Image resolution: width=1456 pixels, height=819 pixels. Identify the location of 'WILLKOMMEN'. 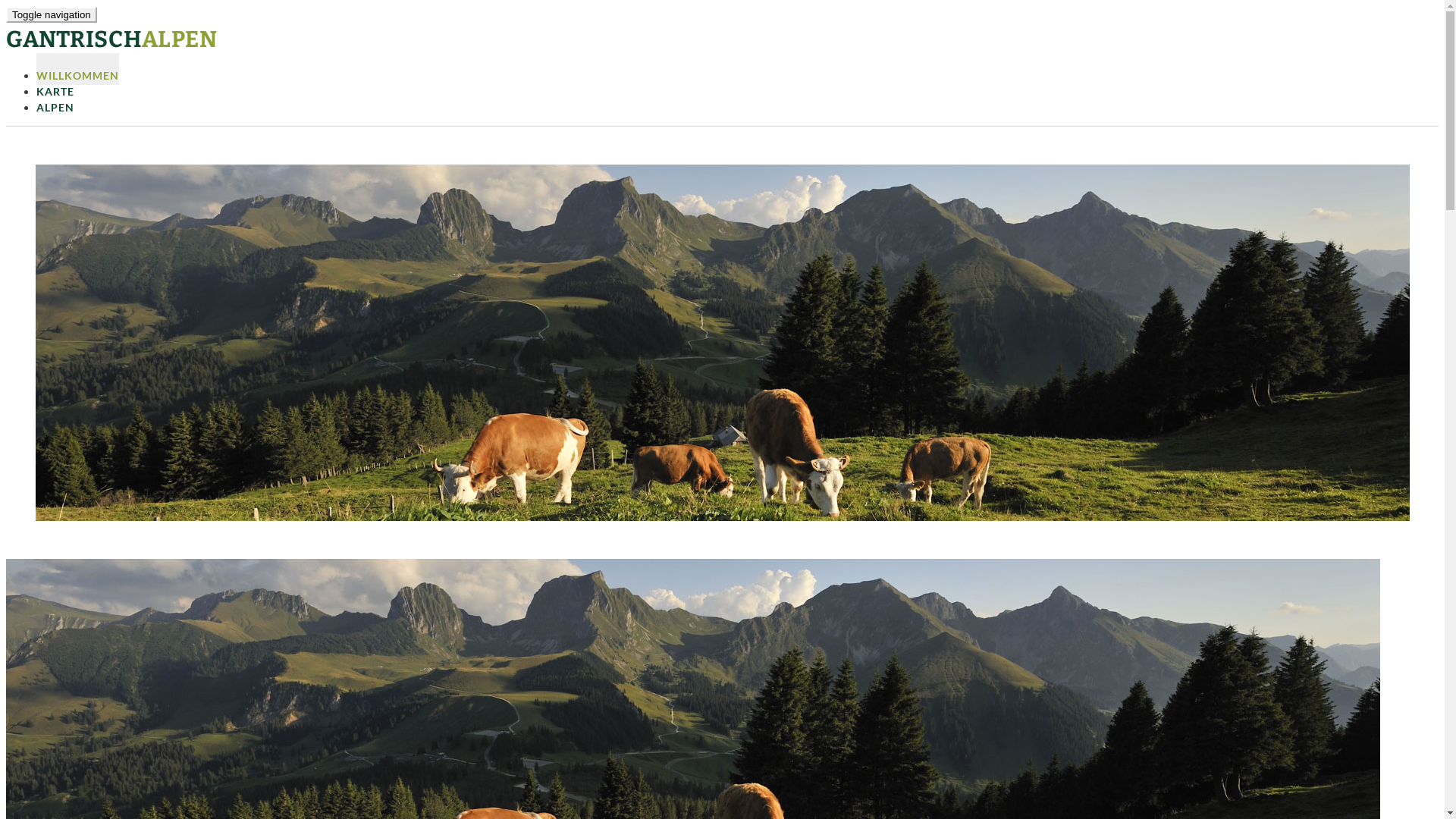
(77, 69).